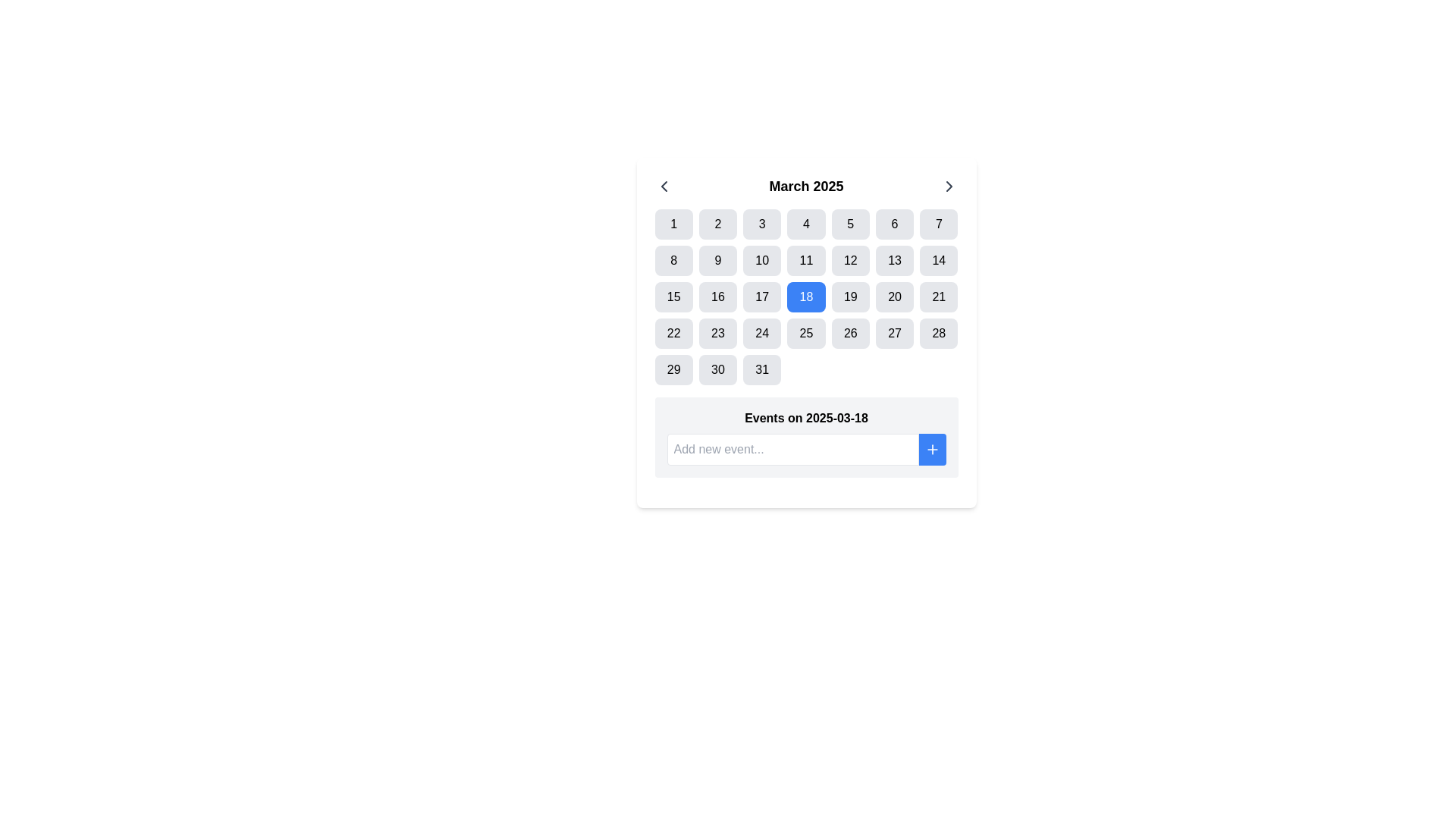 The height and width of the screenshot is (819, 1456). What do you see at coordinates (895, 332) in the screenshot?
I see `the button displaying the date '27' in a calendar grid layout for March 2025` at bounding box center [895, 332].